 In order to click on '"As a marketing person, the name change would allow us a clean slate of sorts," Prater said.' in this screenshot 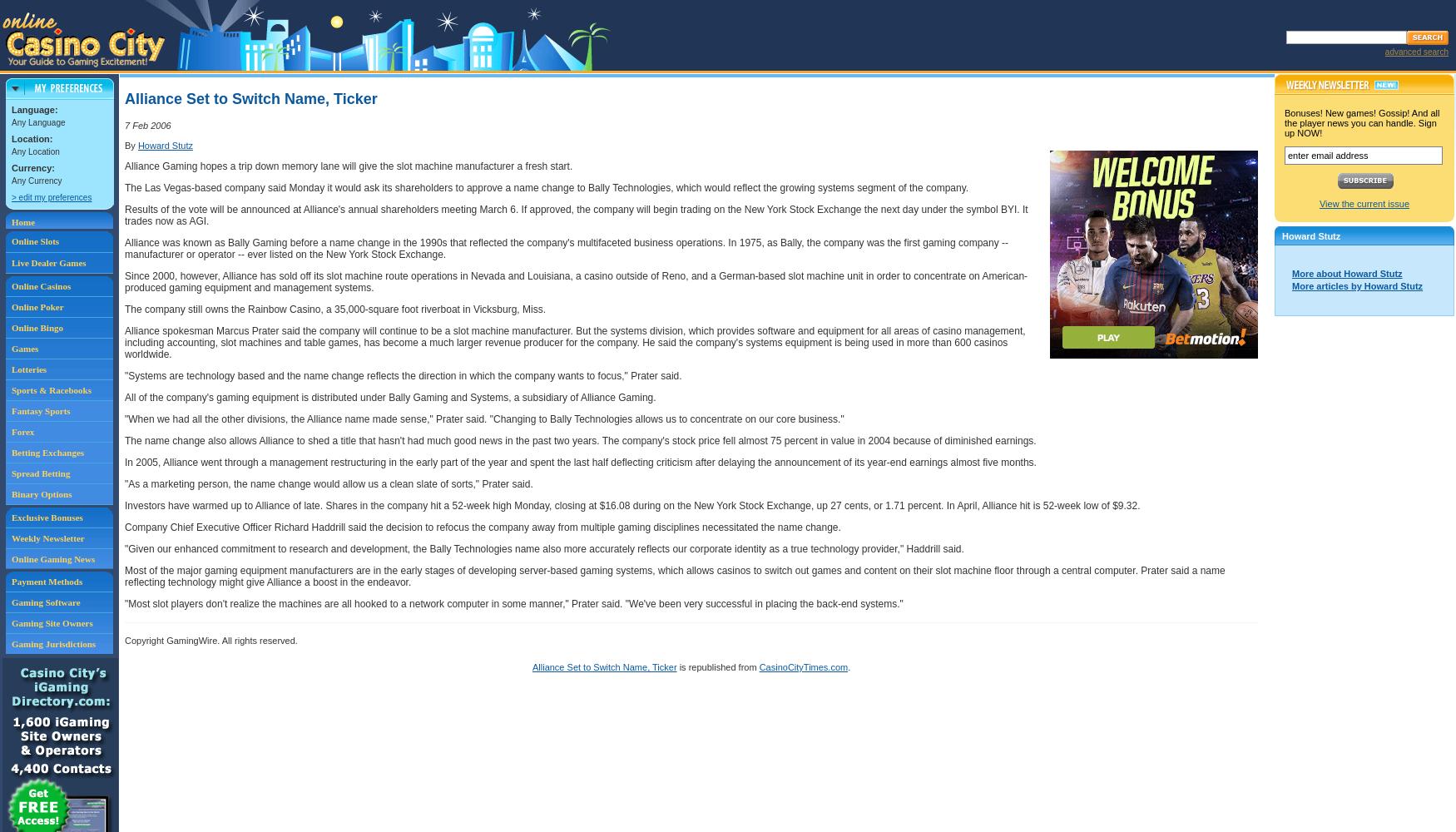, I will do `click(327, 483)`.